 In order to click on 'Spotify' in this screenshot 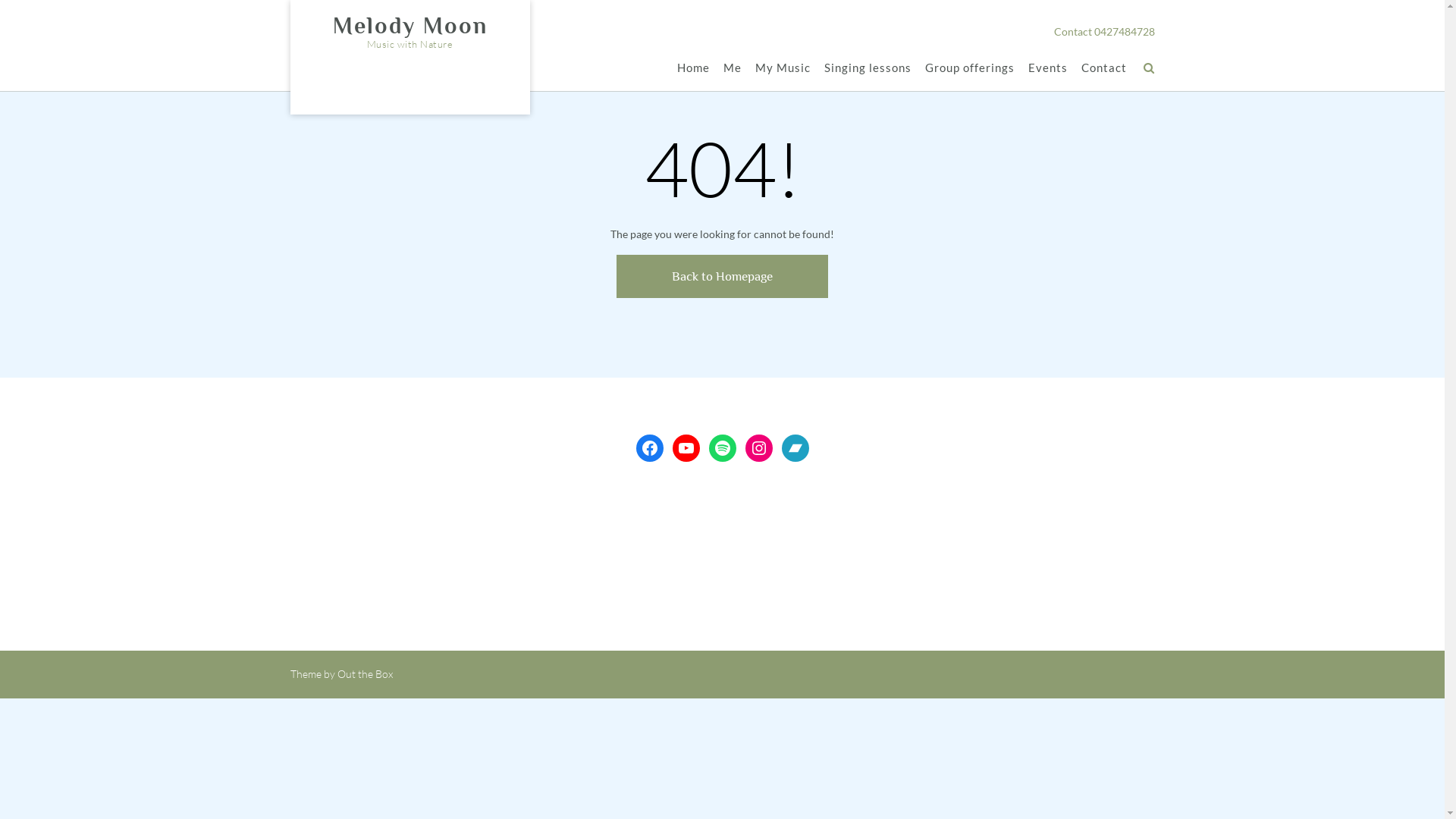, I will do `click(708, 447)`.